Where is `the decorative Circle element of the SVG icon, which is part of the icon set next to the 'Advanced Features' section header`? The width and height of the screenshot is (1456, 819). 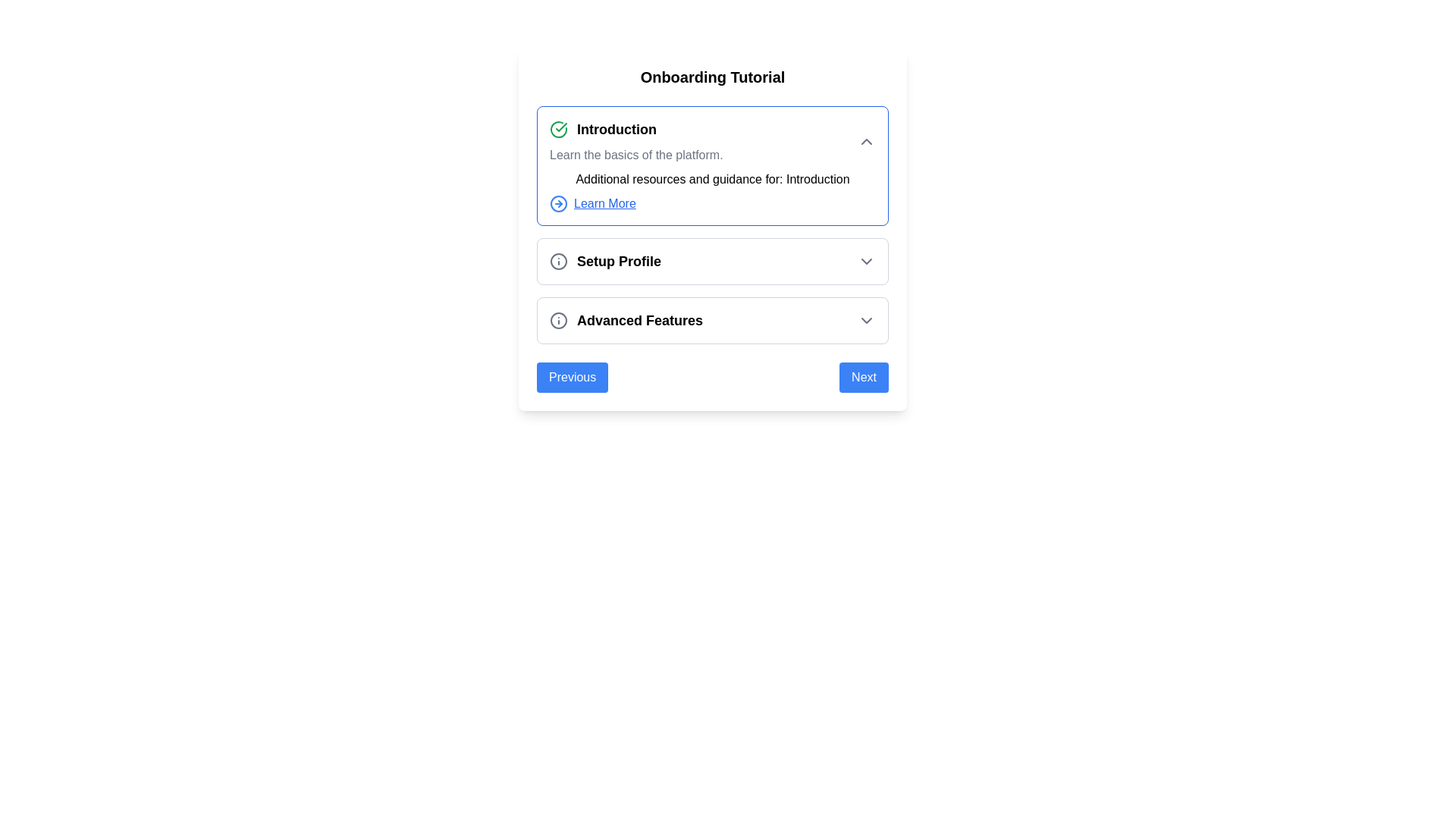 the decorative Circle element of the SVG icon, which is part of the icon set next to the 'Advanced Features' section header is located at coordinates (558, 260).